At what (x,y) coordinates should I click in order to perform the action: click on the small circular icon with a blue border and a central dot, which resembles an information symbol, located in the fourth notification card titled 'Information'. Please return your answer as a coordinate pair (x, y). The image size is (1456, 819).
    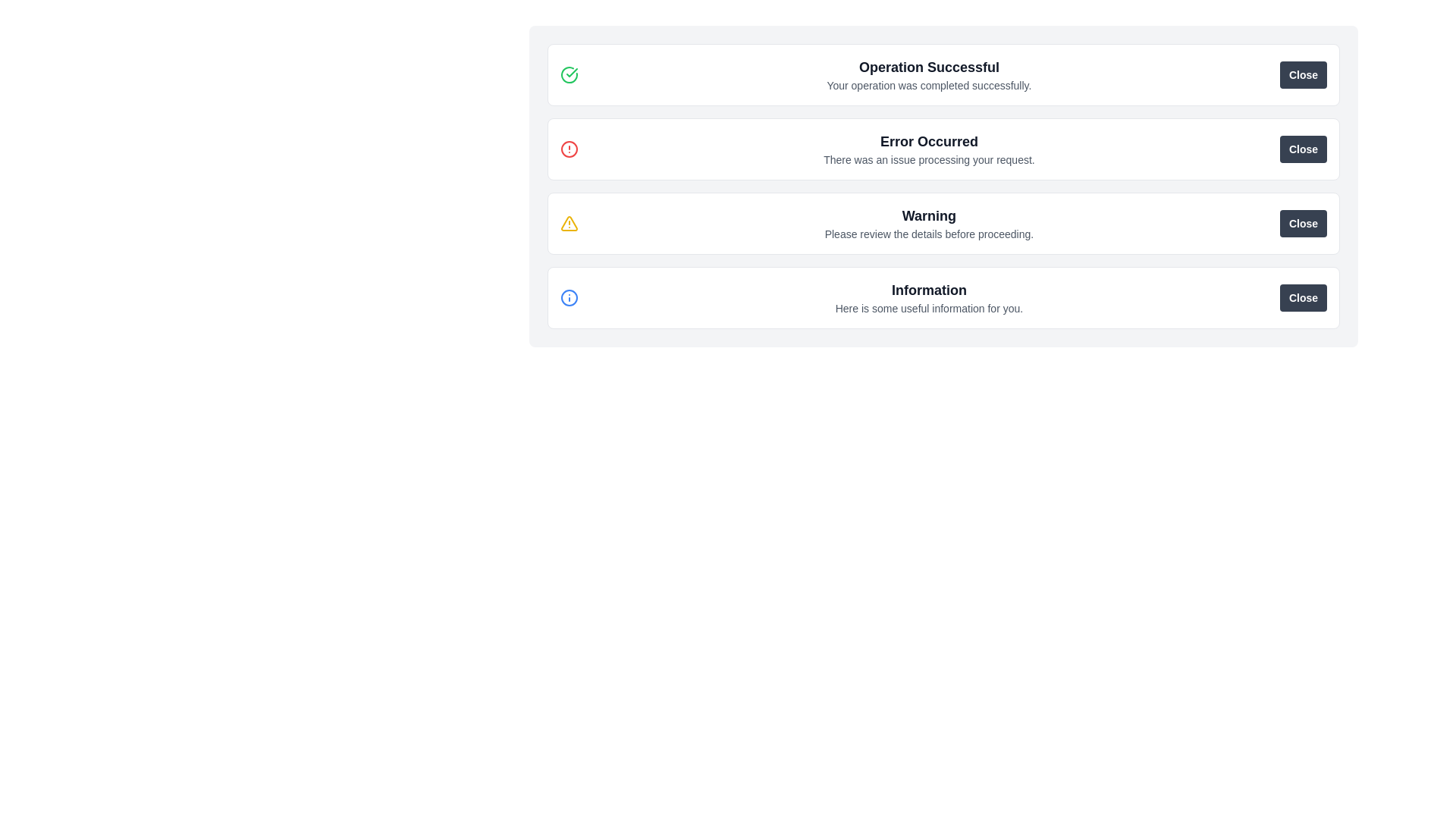
    Looking at the image, I should click on (568, 298).